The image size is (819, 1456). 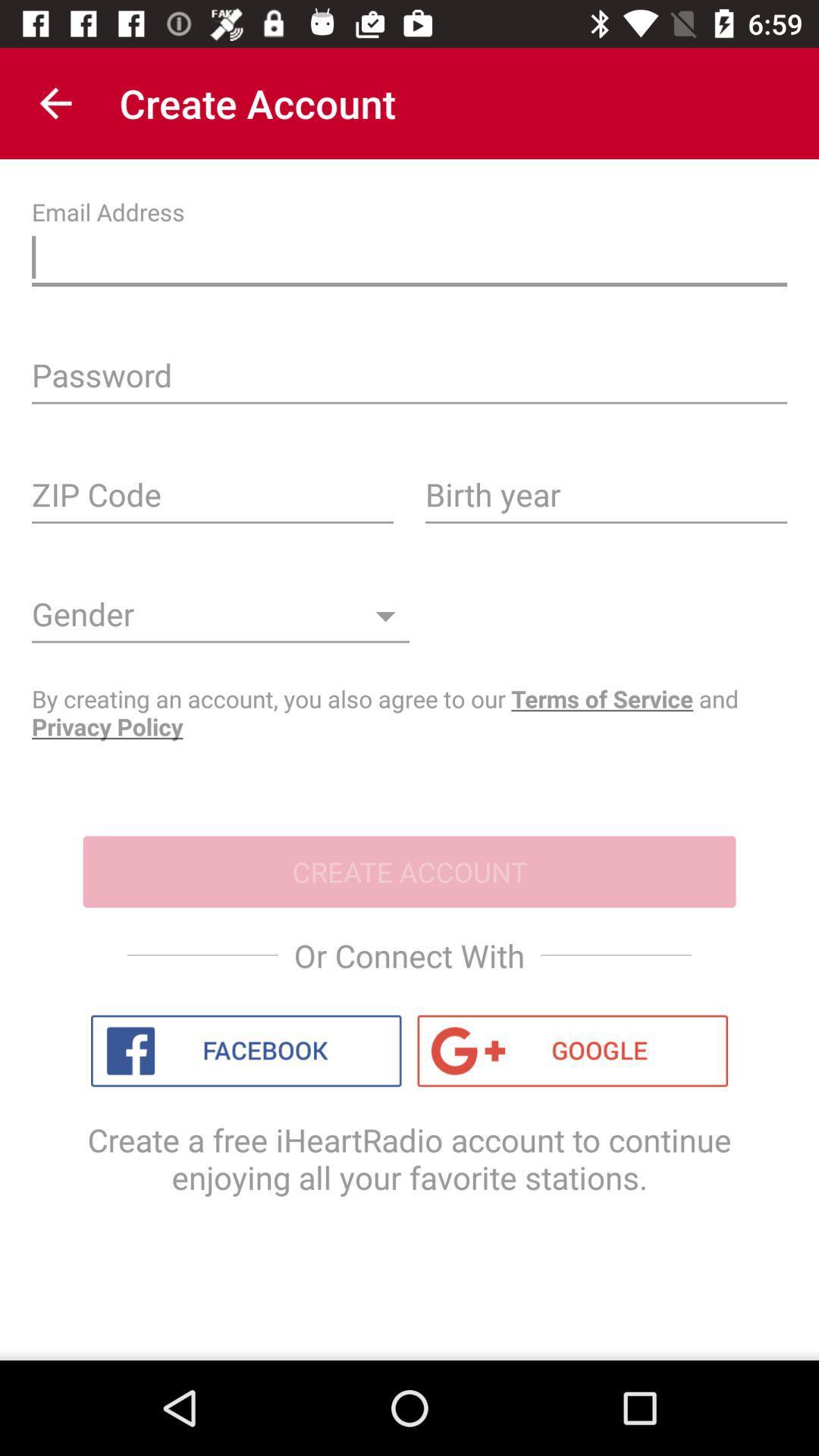 I want to click on the icon below the or connect with icon, so click(x=573, y=1050).